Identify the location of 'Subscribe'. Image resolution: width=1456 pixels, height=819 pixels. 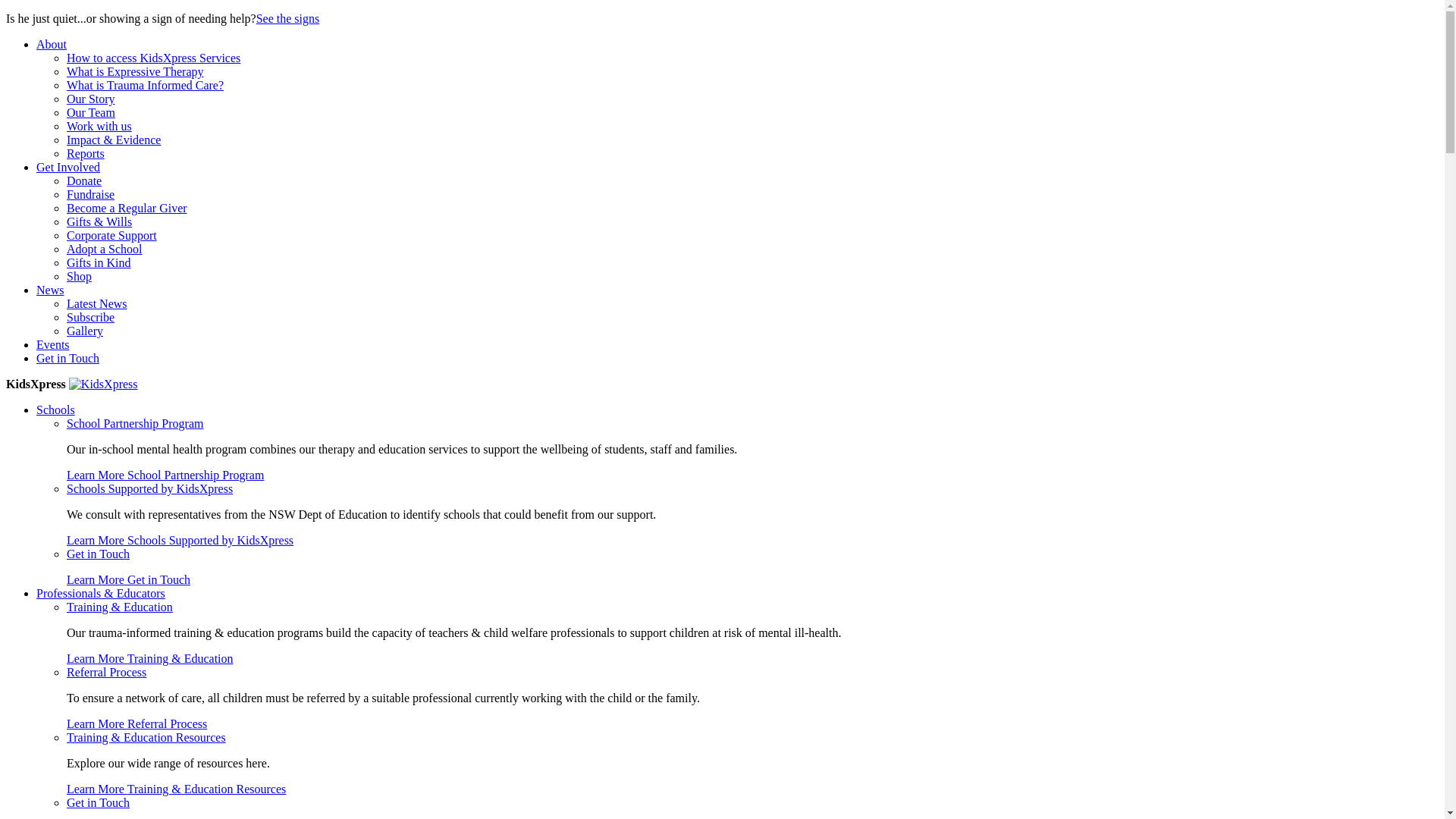
(89, 316).